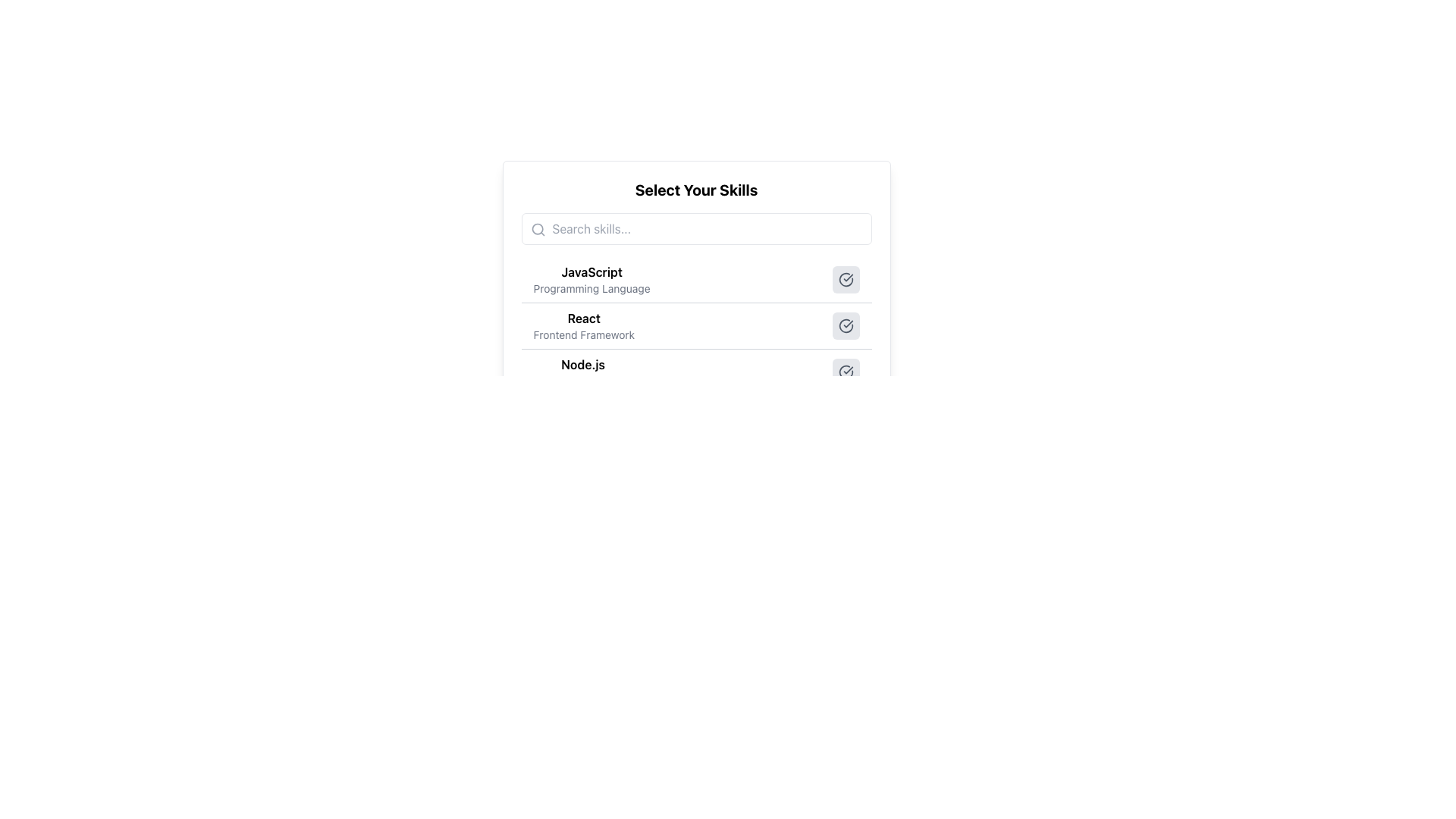 This screenshot has height=819, width=1456. What do you see at coordinates (695, 340) in the screenshot?
I see `the second skill item in the skill selection list` at bounding box center [695, 340].